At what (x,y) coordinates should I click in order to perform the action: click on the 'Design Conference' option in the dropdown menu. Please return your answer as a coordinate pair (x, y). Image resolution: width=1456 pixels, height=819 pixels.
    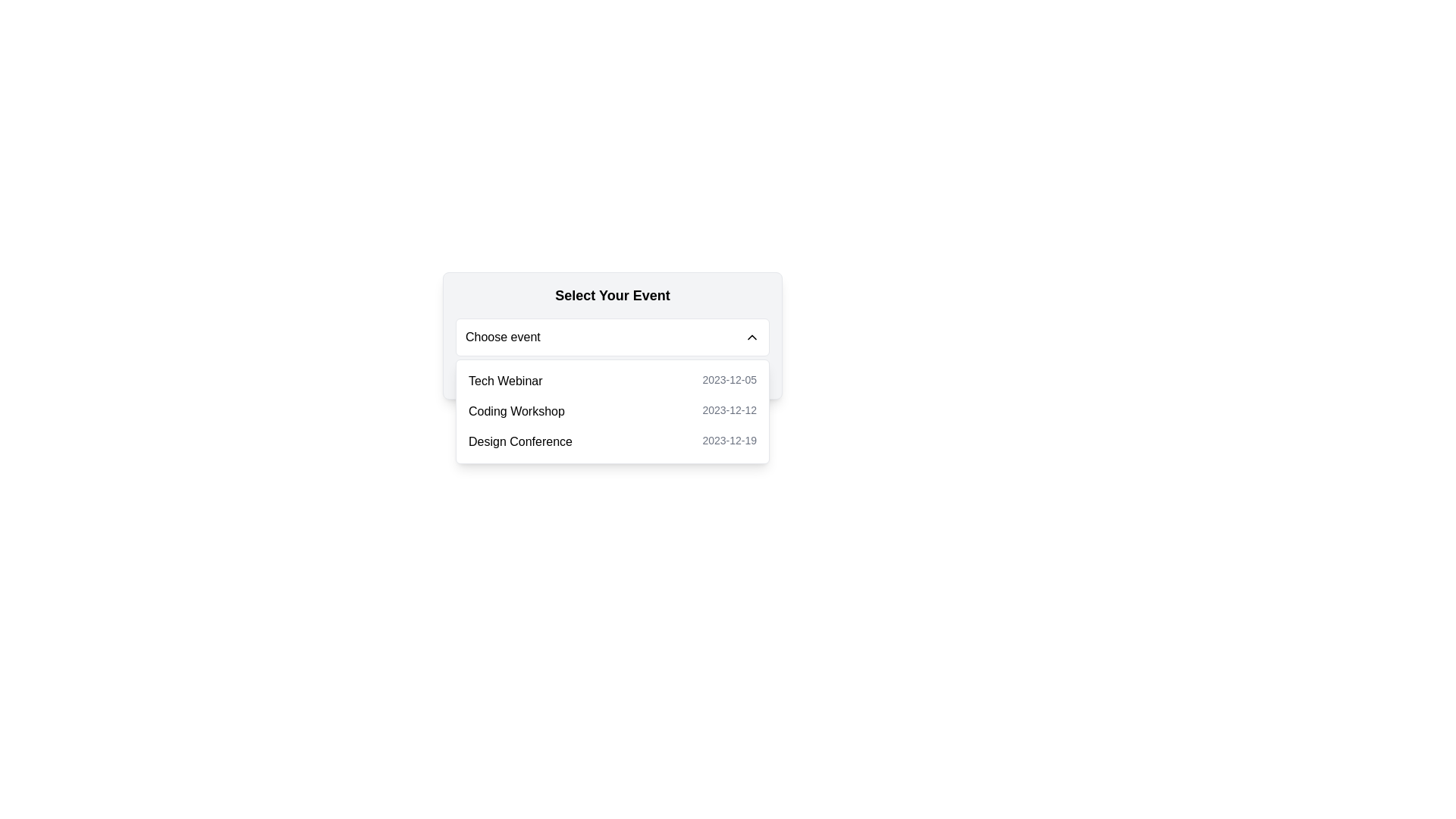
    Looking at the image, I should click on (612, 441).